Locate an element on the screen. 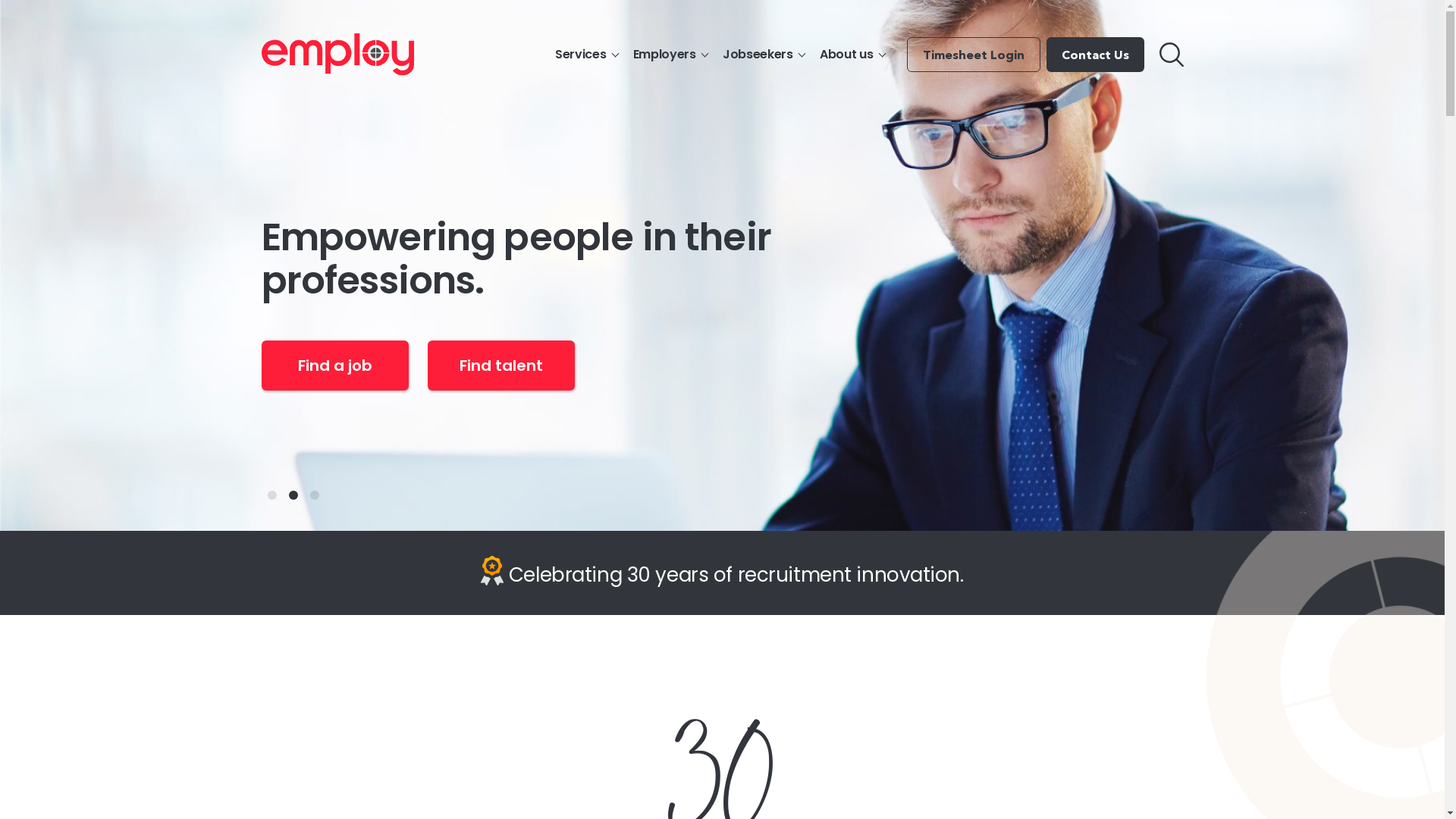 This screenshot has height=819, width=1456. 'Contact Us' is located at coordinates (1095, 54).